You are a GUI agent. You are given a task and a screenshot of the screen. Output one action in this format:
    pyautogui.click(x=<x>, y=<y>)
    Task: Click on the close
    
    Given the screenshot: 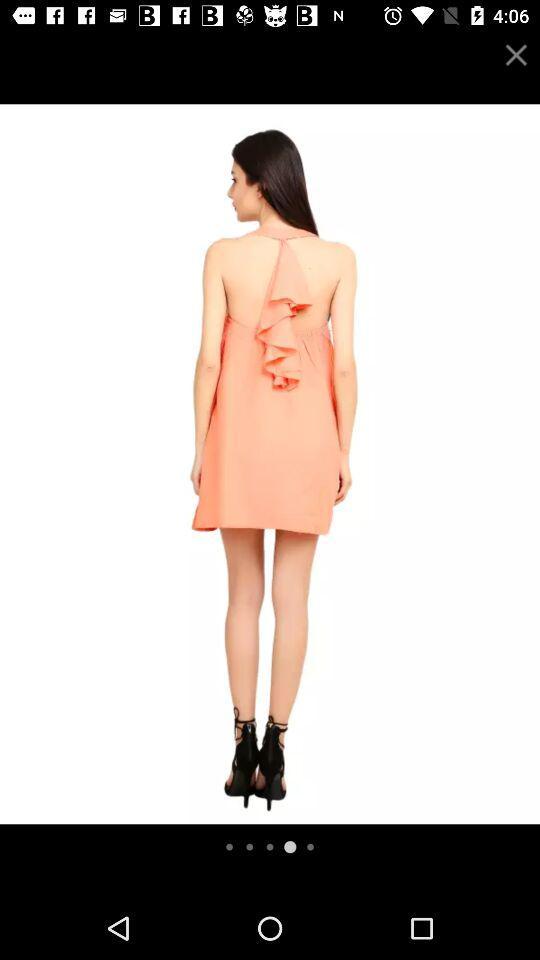 What is the action you would take?
    pyautogui.click(x=516, y=54)
    